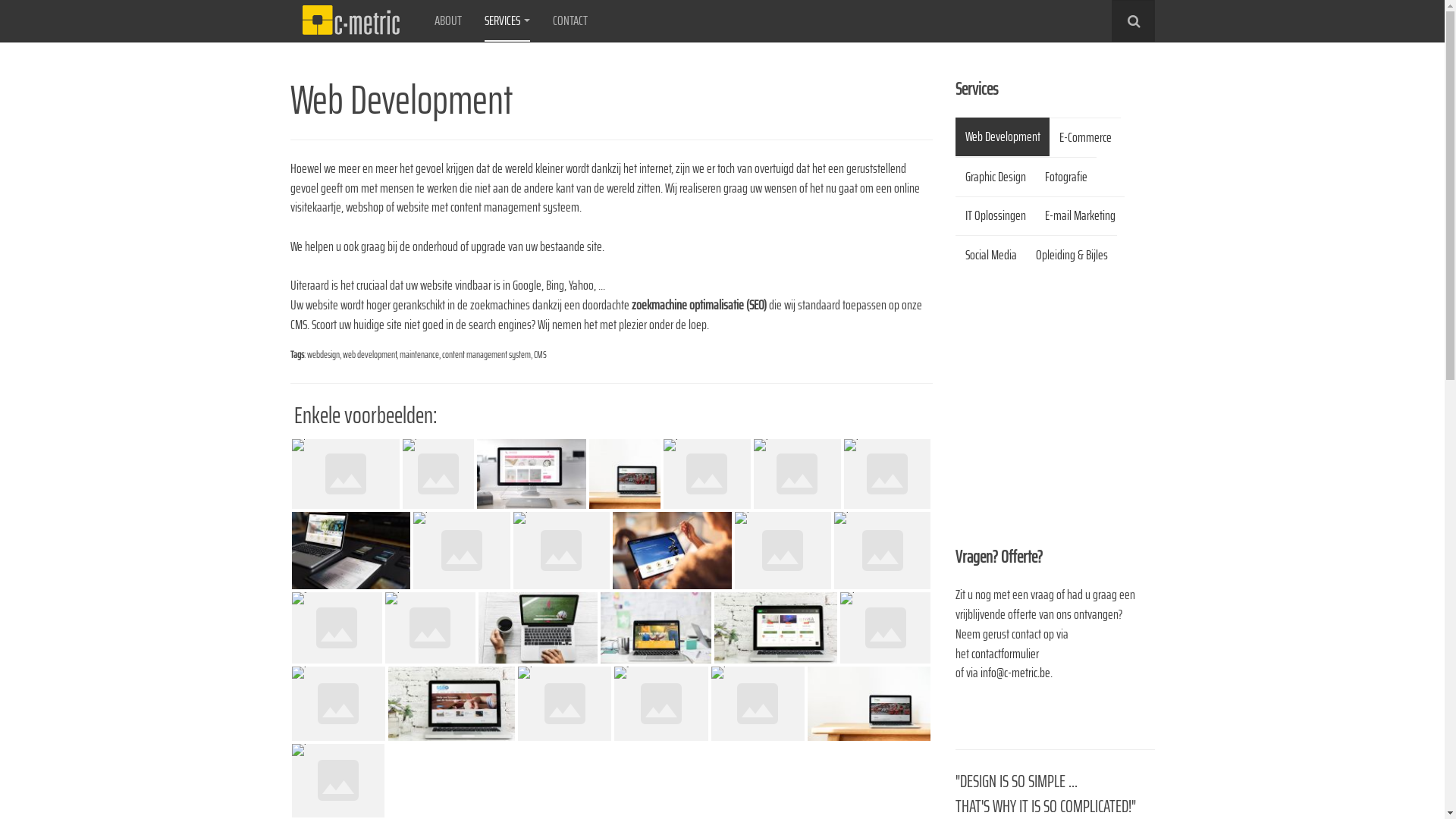 The image size is (1456, 819). What do you see at coordinates (483, 20) in the screenshot?
I see `'SERVICES'` at bounding box center [483, 20].